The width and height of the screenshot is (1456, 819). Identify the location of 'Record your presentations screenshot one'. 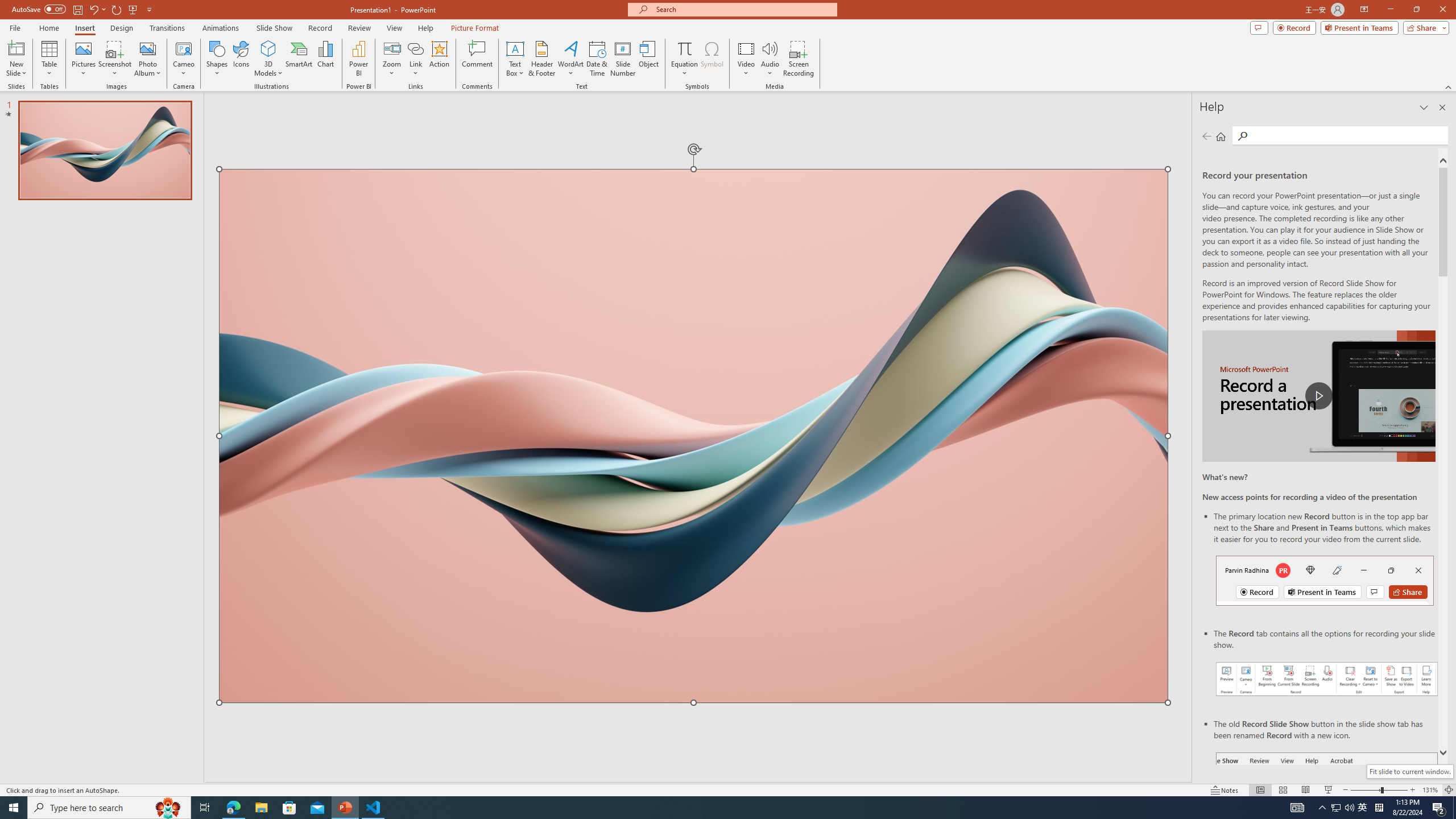
(1326, 678).